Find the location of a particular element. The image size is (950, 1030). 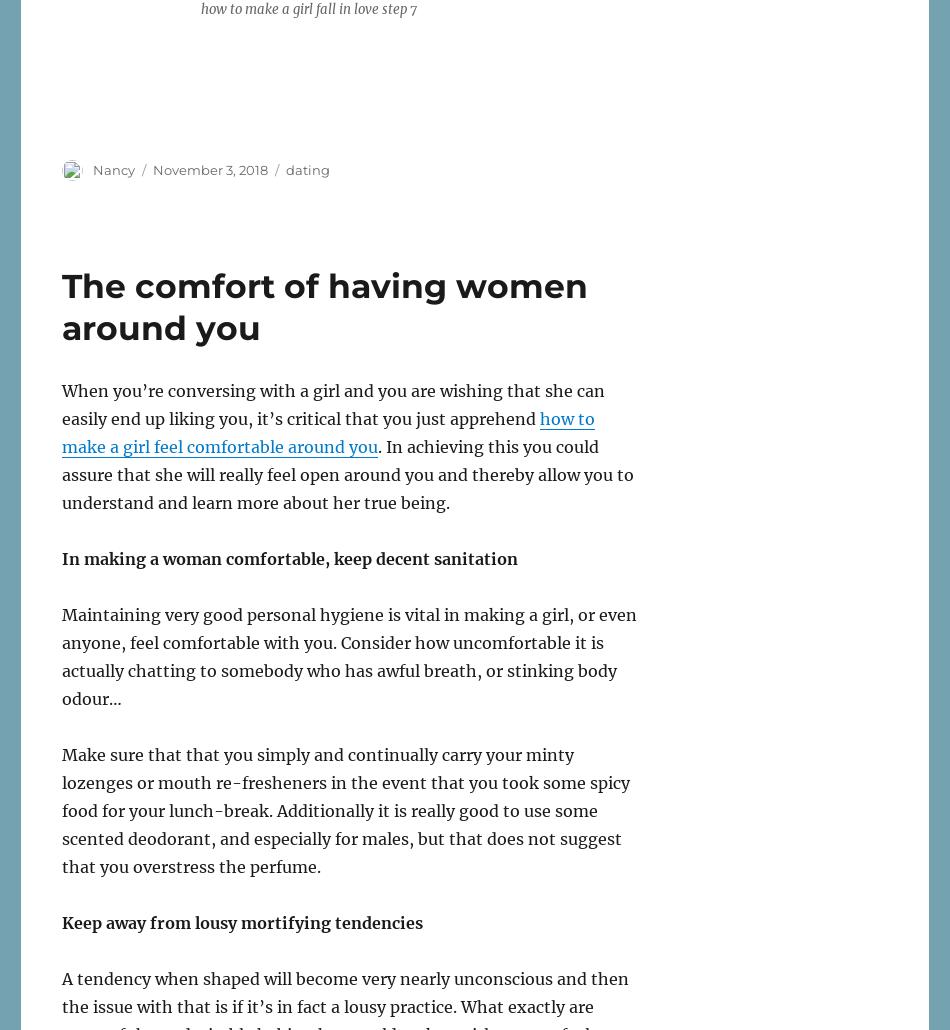

'November 3, 2018' is located at coordinates (210, 168).